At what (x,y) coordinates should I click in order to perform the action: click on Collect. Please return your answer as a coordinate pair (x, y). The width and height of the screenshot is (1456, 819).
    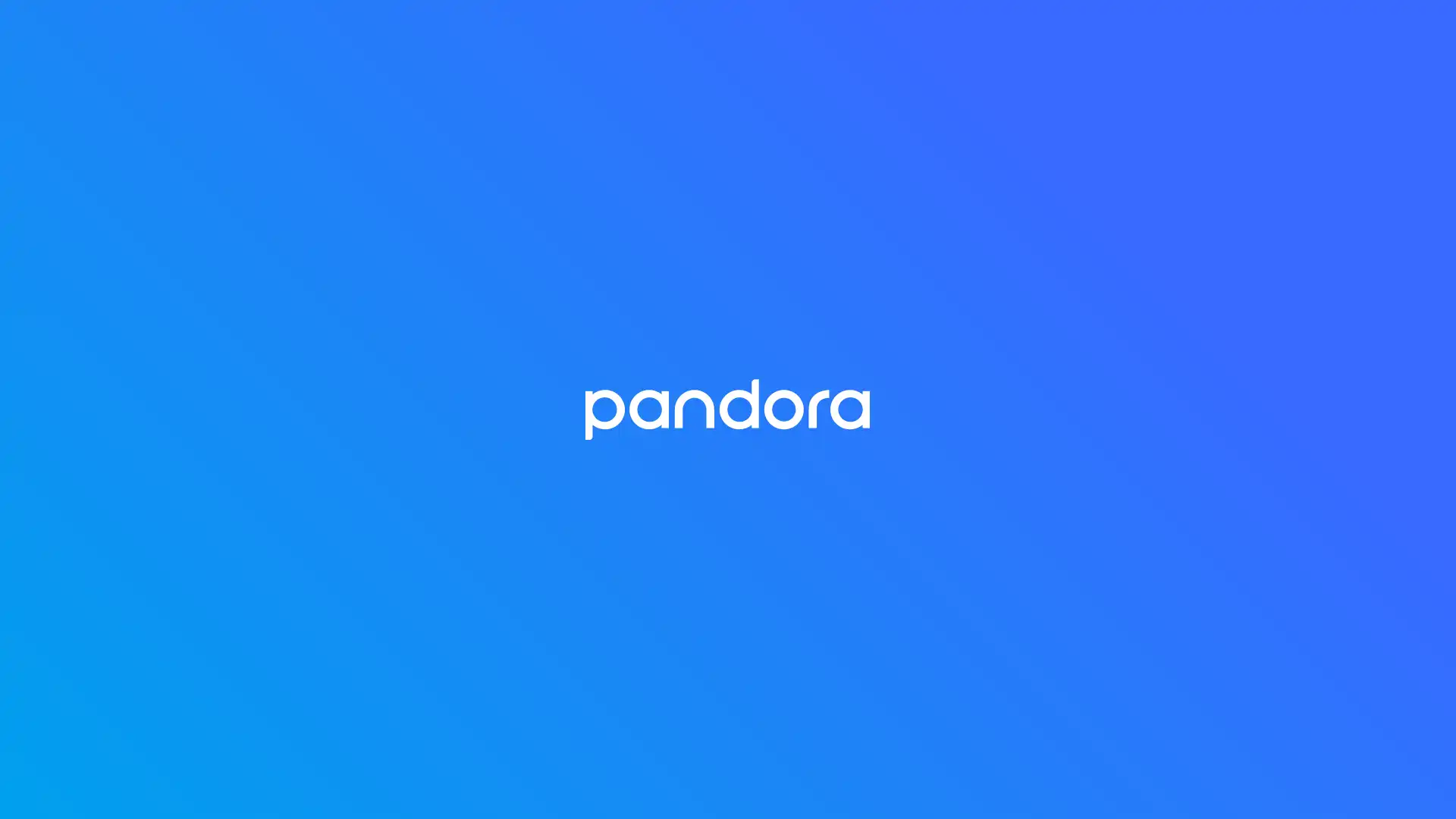
    Looking at the image, I should click on (308, 494).